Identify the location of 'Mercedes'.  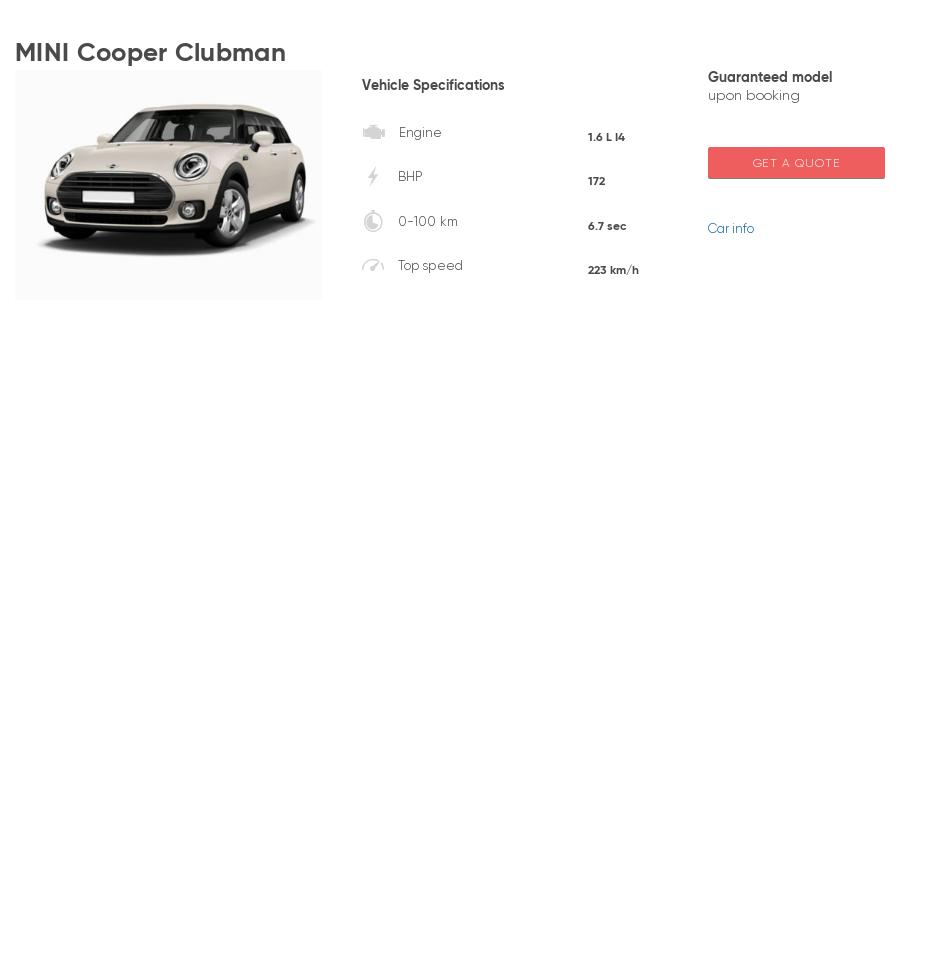
(799, 298).